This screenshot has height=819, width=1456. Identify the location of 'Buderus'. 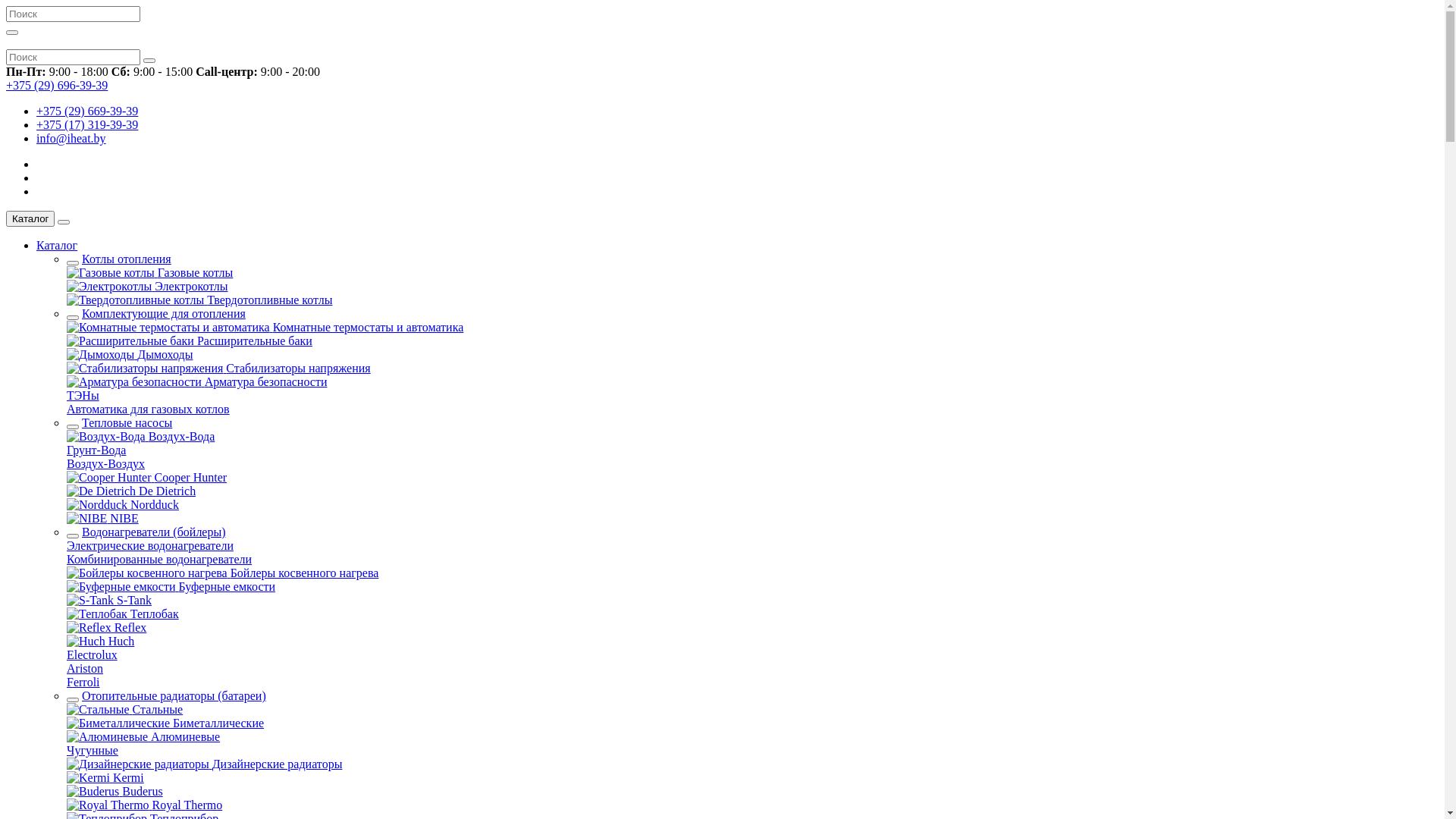
(65, 790).